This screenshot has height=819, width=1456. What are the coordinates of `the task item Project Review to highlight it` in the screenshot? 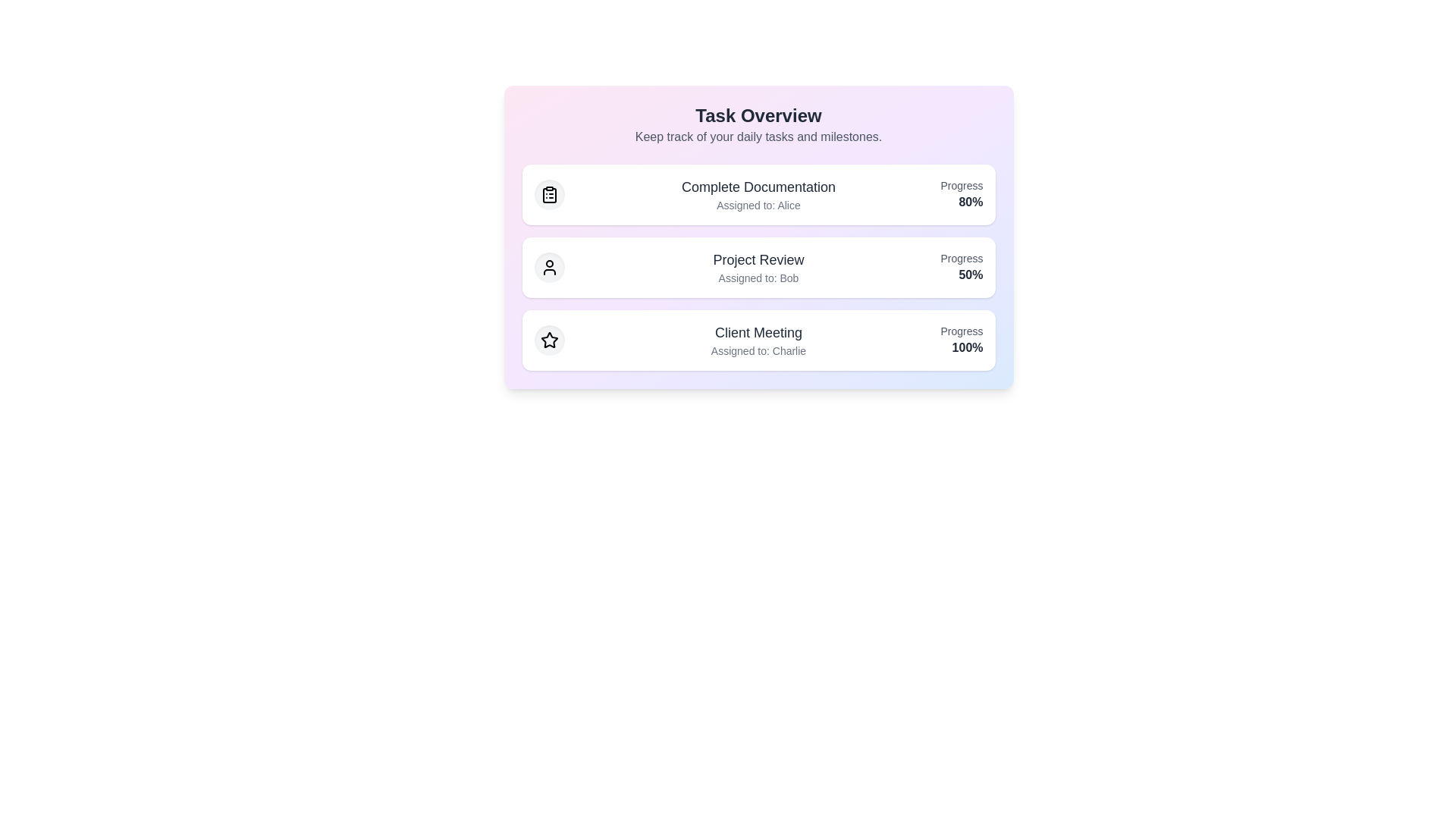 It's located at (758, 267).